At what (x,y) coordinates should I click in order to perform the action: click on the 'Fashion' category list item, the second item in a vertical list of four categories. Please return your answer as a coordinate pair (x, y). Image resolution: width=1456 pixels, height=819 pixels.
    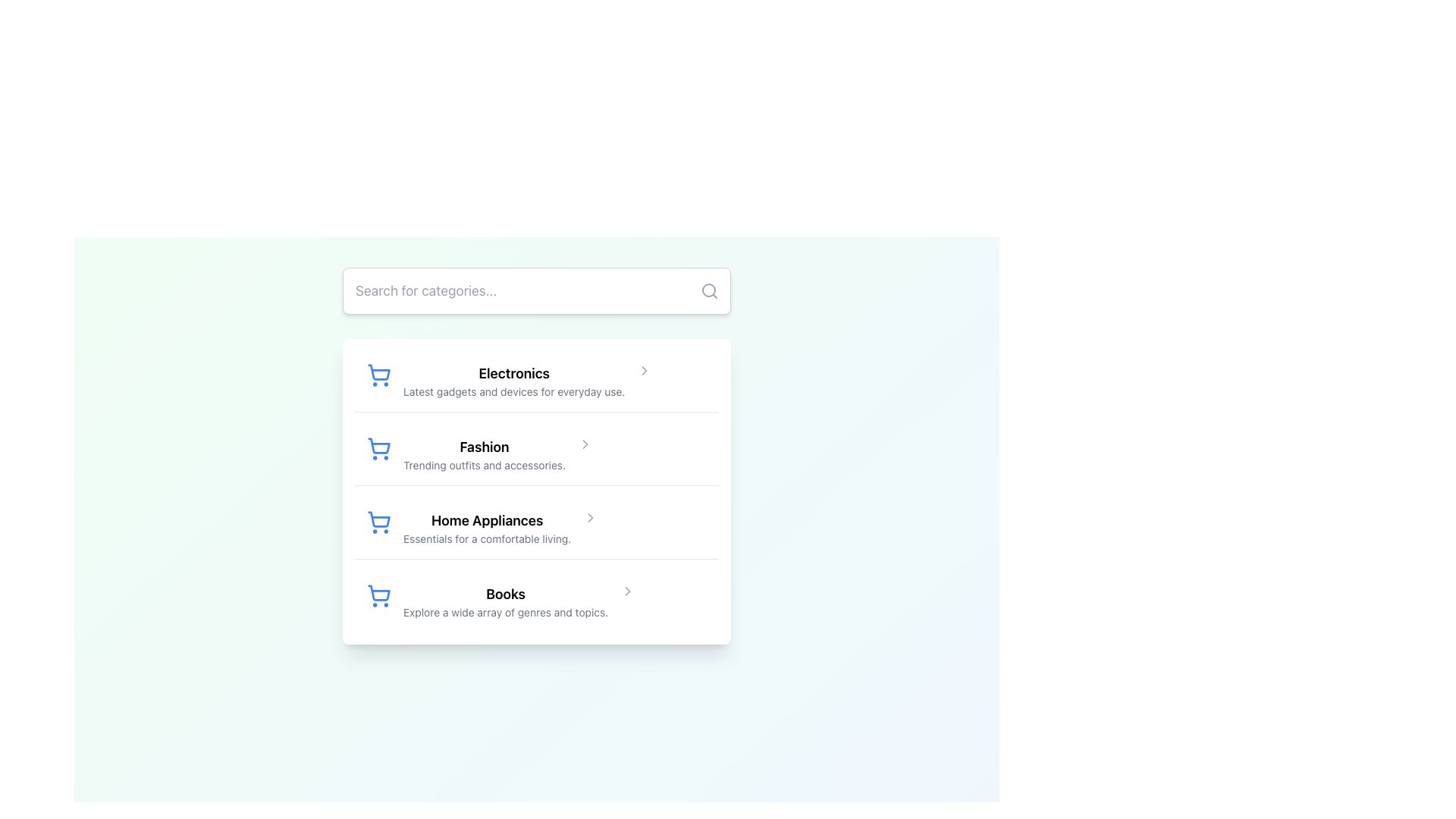
    Looking at the image, I should click on (537, 455).